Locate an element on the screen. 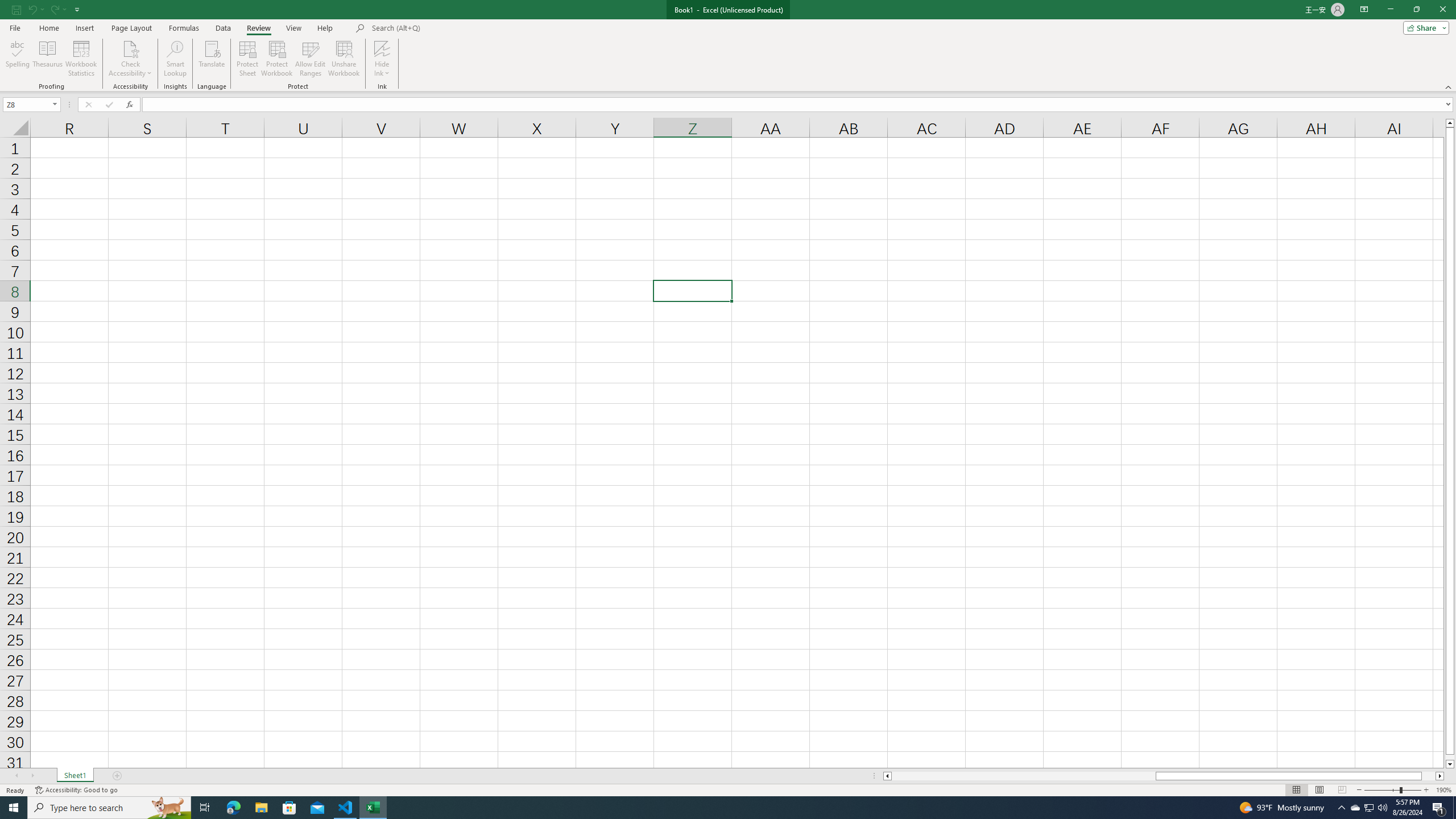 This screenshot has width=1456, height=819. 'Translate' is located at coordinates (211, 59).